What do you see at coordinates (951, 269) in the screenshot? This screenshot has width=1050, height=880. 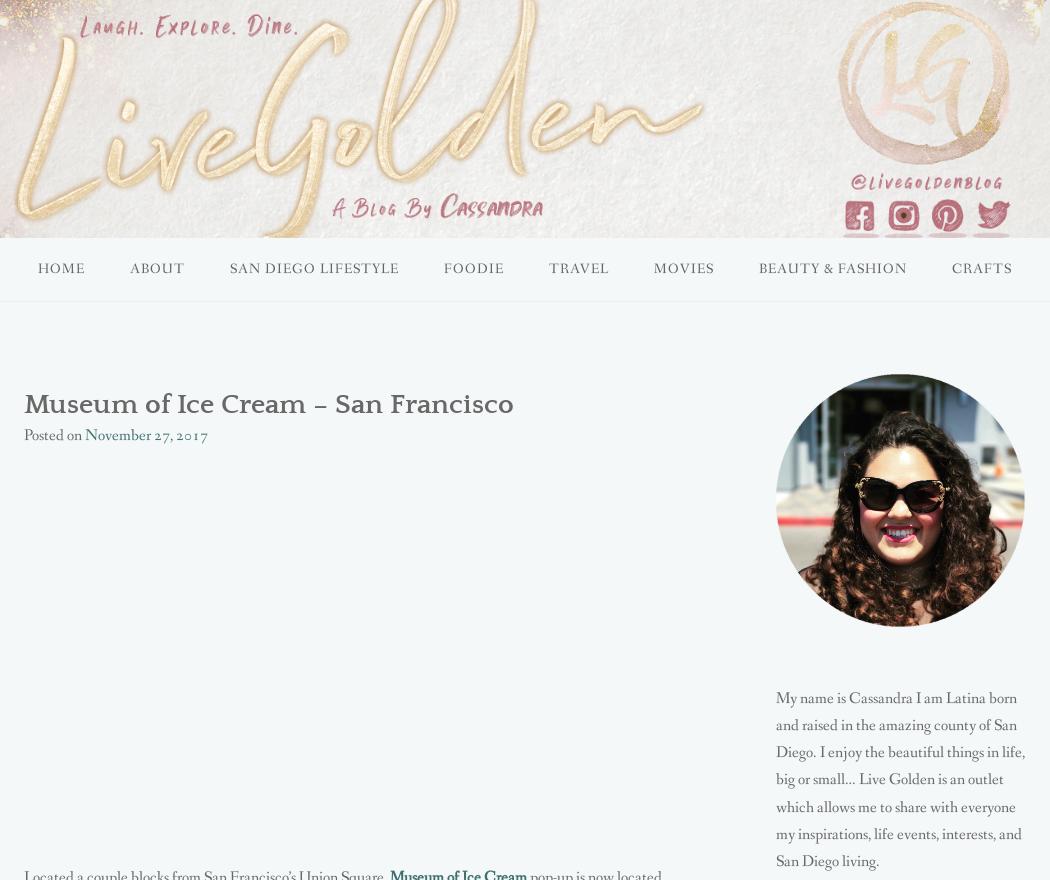 I see `'CRAFTS'` at bounding box center [951, 269].